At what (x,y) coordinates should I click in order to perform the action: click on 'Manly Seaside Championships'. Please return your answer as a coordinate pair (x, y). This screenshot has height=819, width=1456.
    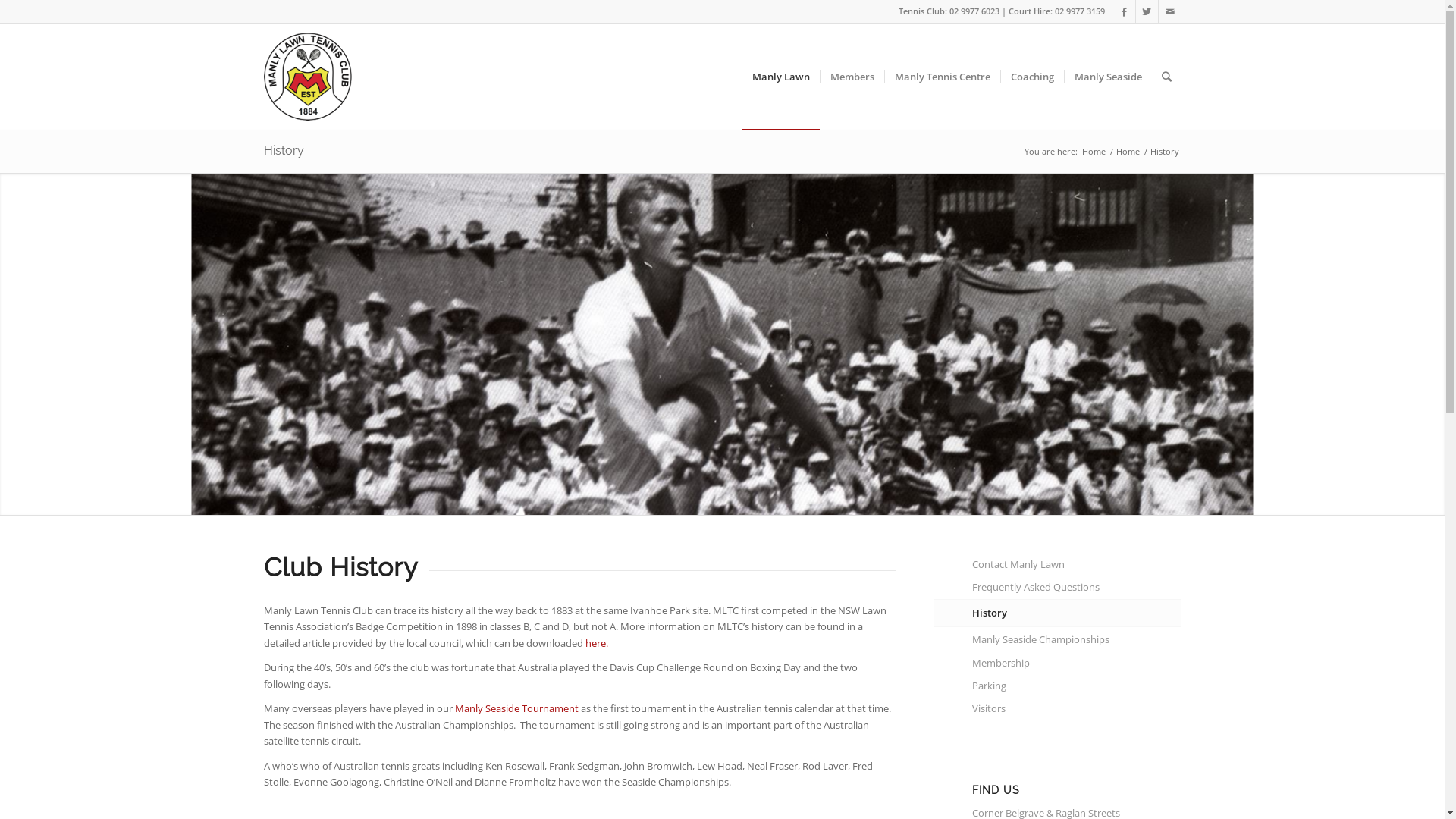
    Looking at the image, I should click on (1076, 640).